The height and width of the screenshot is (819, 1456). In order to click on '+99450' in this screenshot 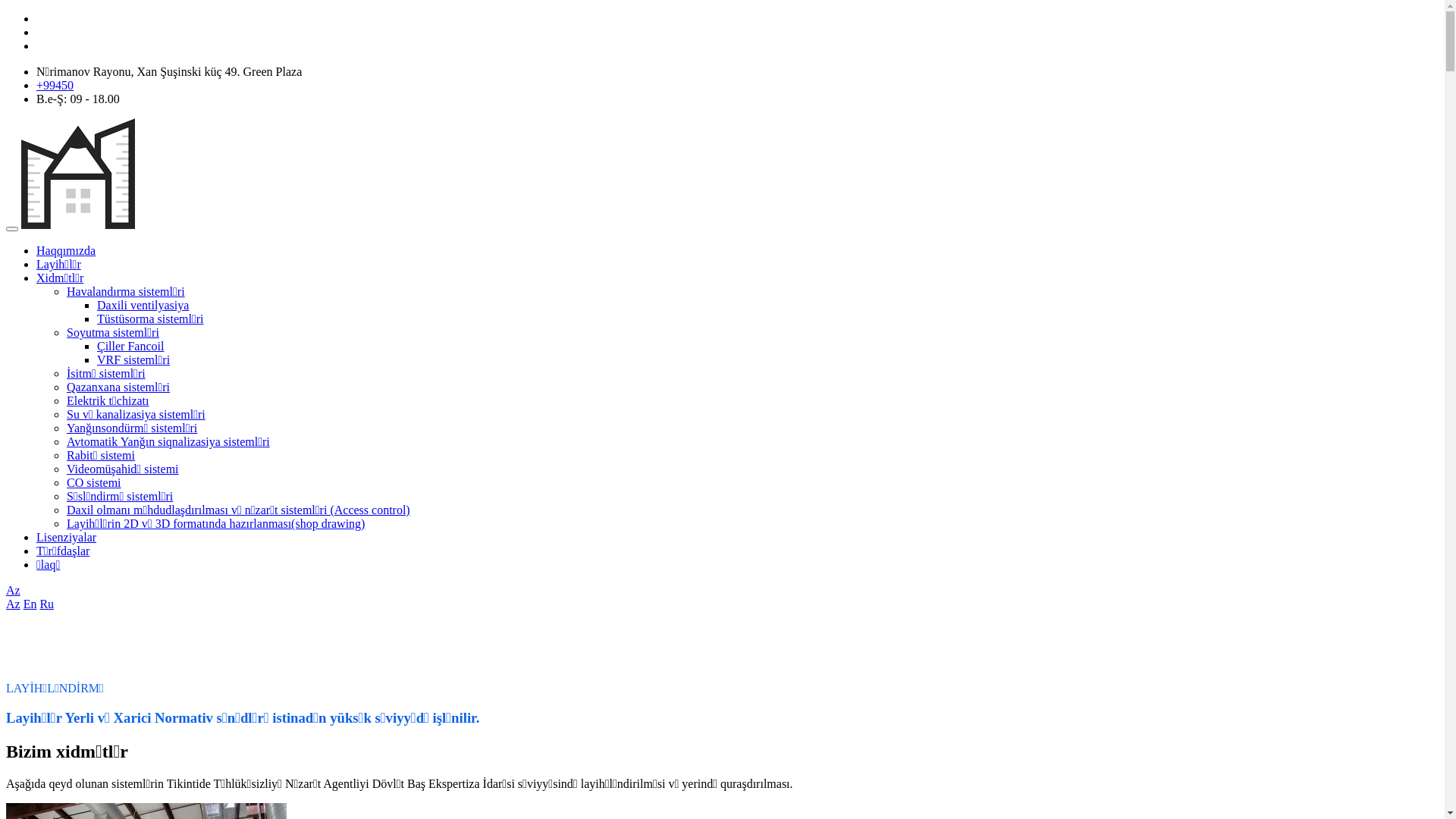, I will do `click(55, 85)`.